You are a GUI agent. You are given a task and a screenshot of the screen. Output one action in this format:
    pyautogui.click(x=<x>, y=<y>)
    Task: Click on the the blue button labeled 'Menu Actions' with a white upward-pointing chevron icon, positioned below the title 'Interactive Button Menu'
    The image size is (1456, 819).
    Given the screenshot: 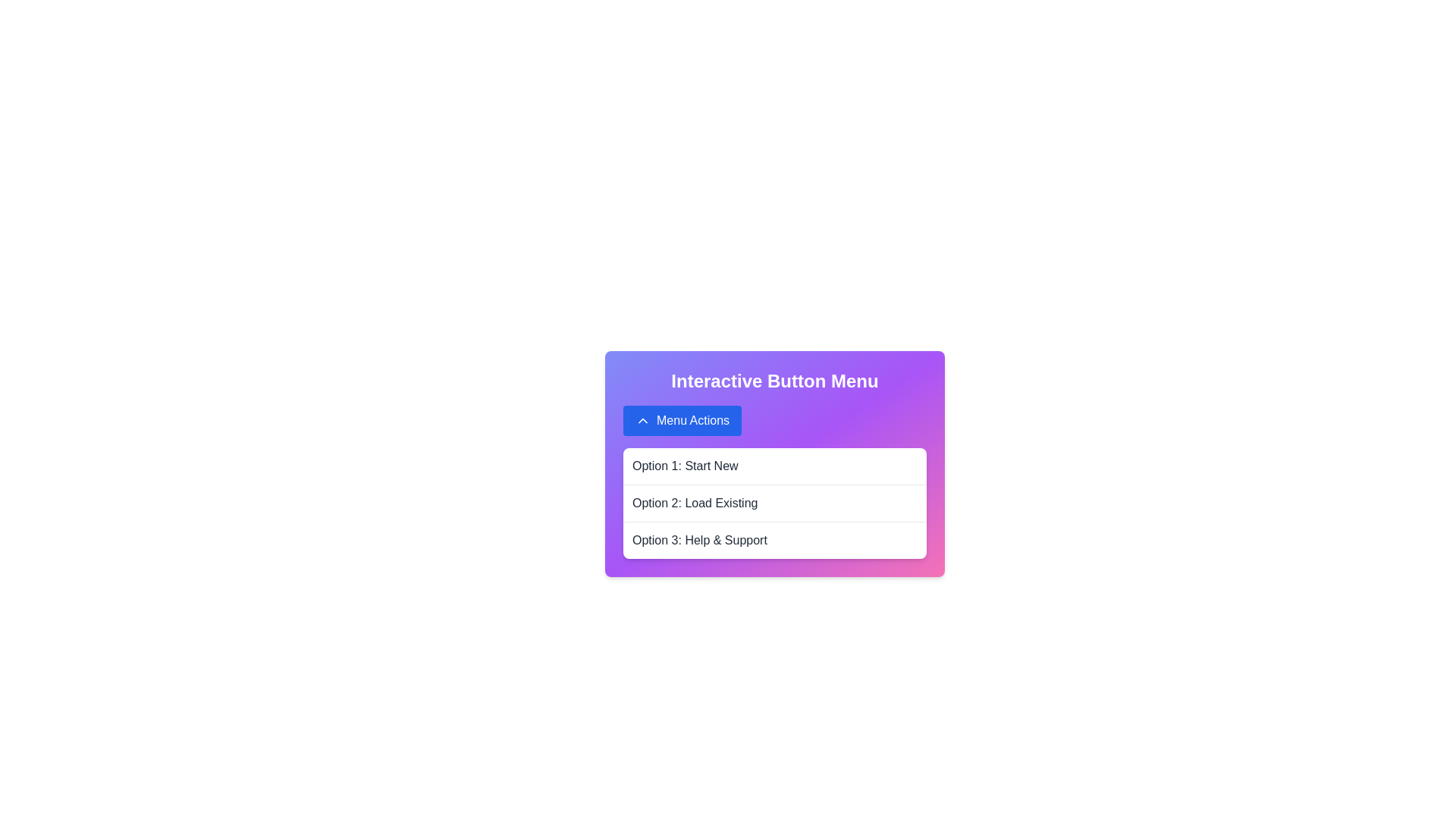 What is the action you would take?
    pyautogui.click(x=682, y=421)
    